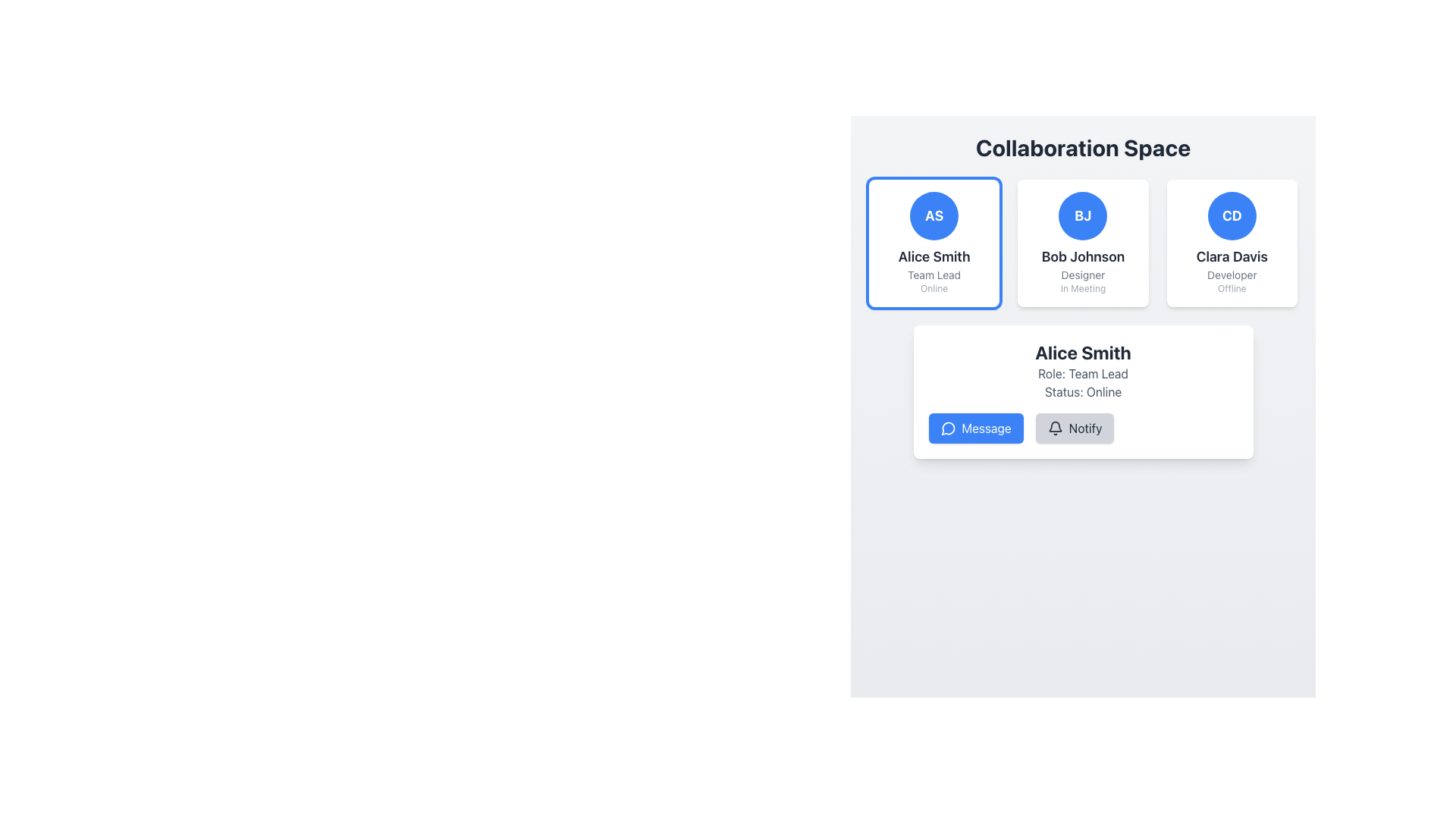  I want to click on text label displaying the role or designation of 'Alice Smith', which is positioned below the name 'Alice Smith' and above the status indicator 'Online' in the card, so click(934, 275).